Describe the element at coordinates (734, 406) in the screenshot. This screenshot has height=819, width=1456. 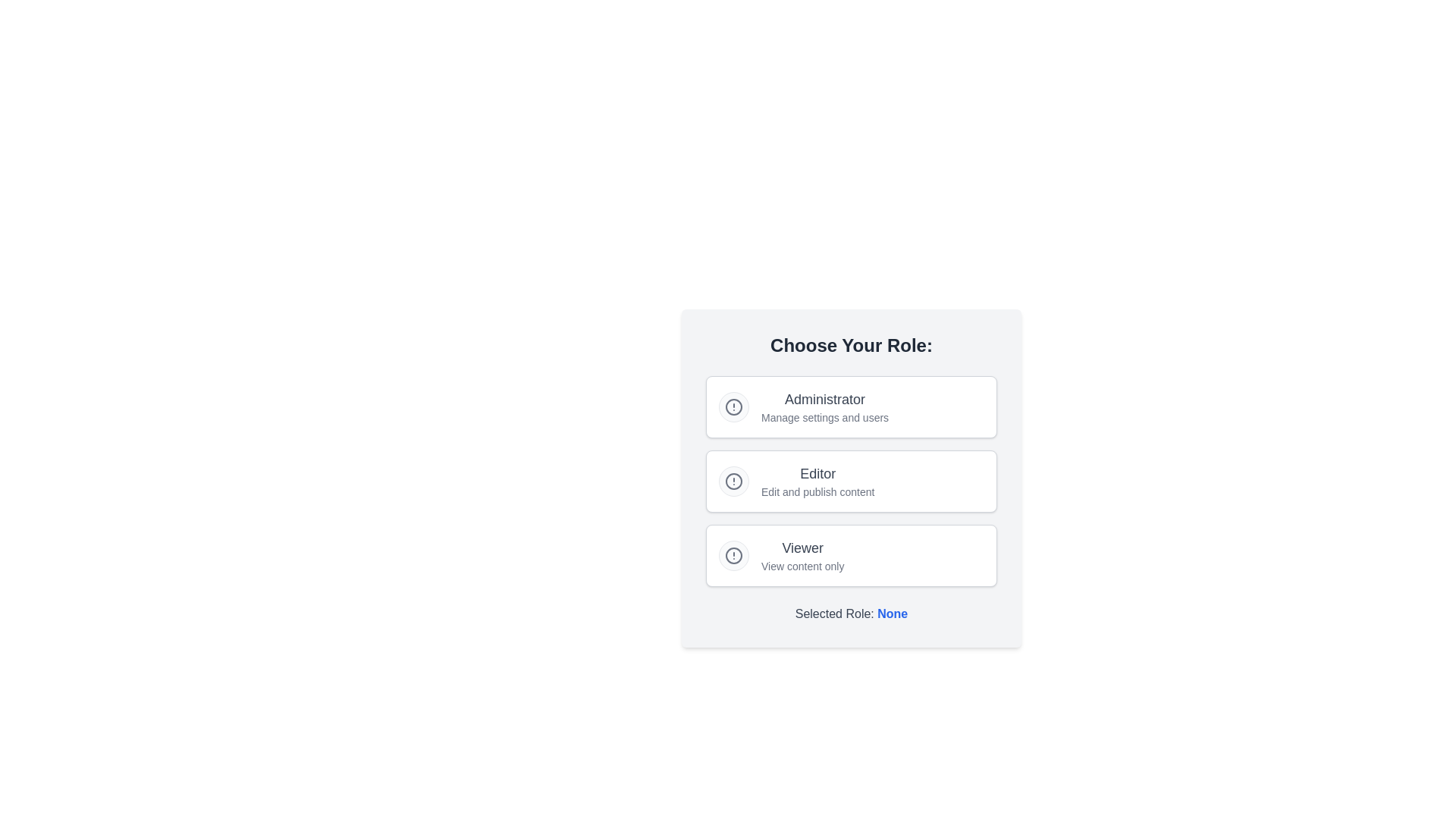
I see `the Circular icon containing an alert graphic located at the top-left corner of the 'Administrator Manage settings and users' block` at that location.